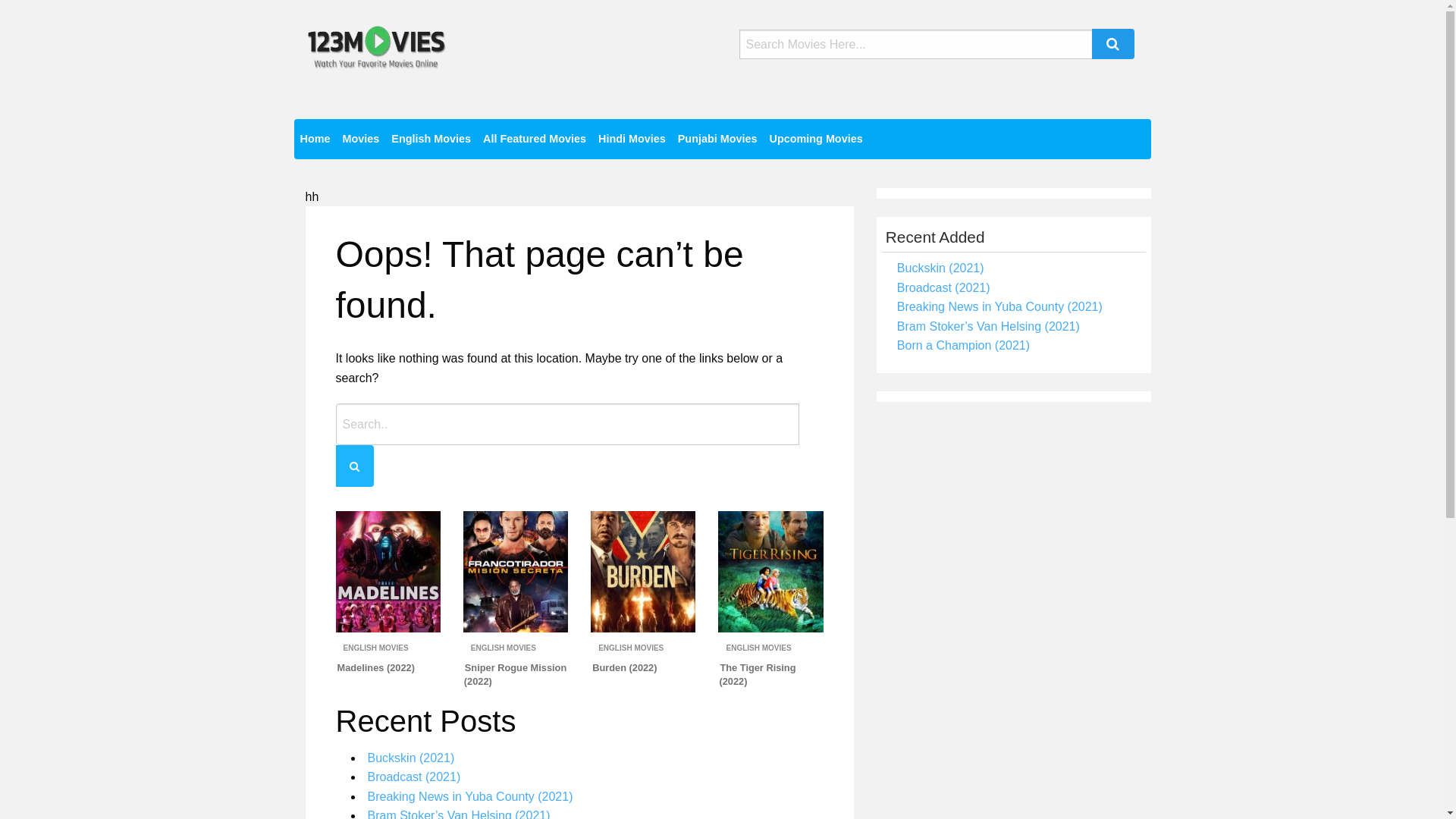 This screenshot has height=819, width=1456. What do you see at coordinates (515, 673) in the screenshot?
I see `'Sniper Rogue Mission (2022)'` at bounding box center [515, 673].